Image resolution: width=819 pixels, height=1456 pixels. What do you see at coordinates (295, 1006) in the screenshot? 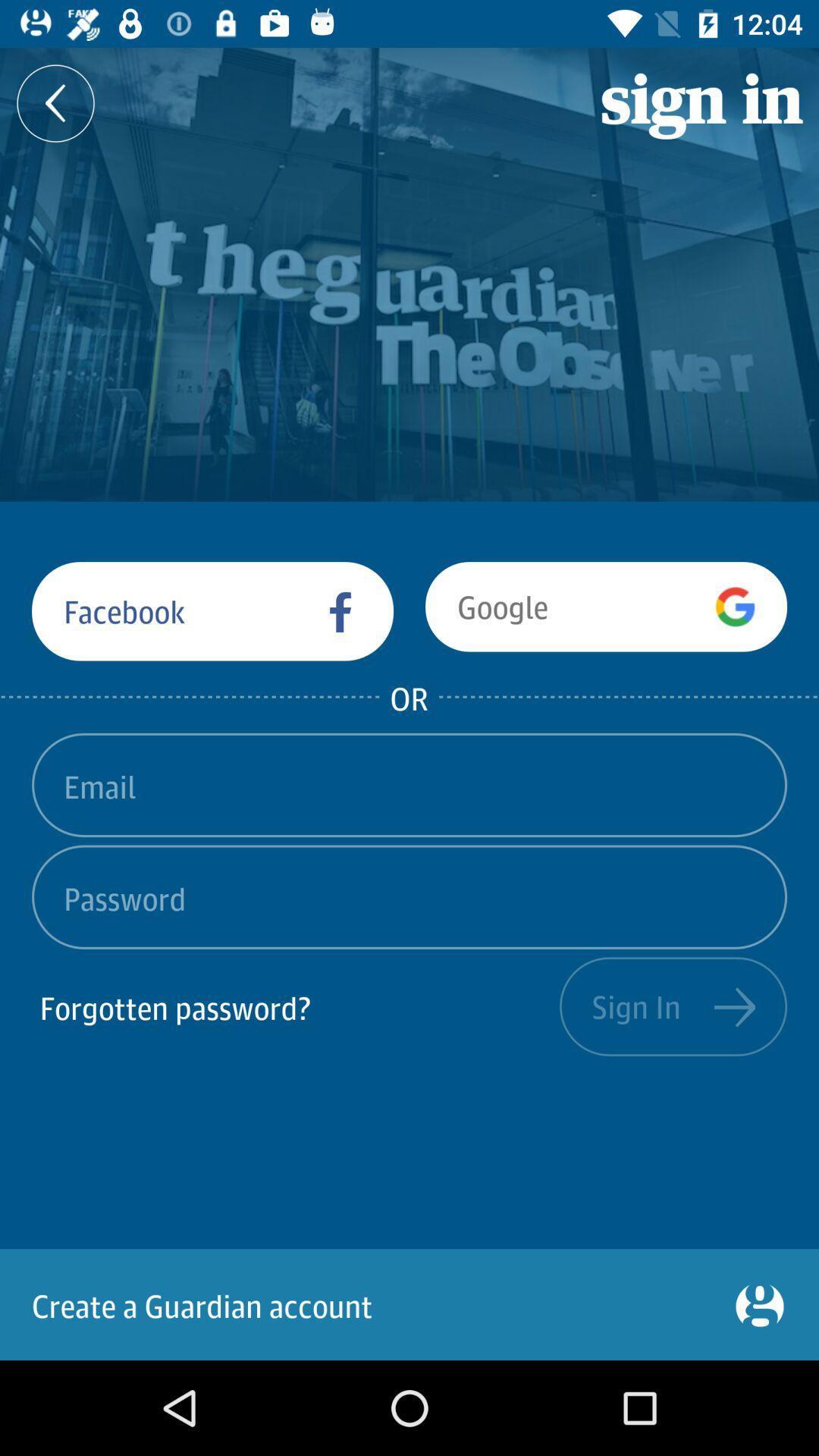
I see `item next to sign in item` at bounding box center [295, 1006].